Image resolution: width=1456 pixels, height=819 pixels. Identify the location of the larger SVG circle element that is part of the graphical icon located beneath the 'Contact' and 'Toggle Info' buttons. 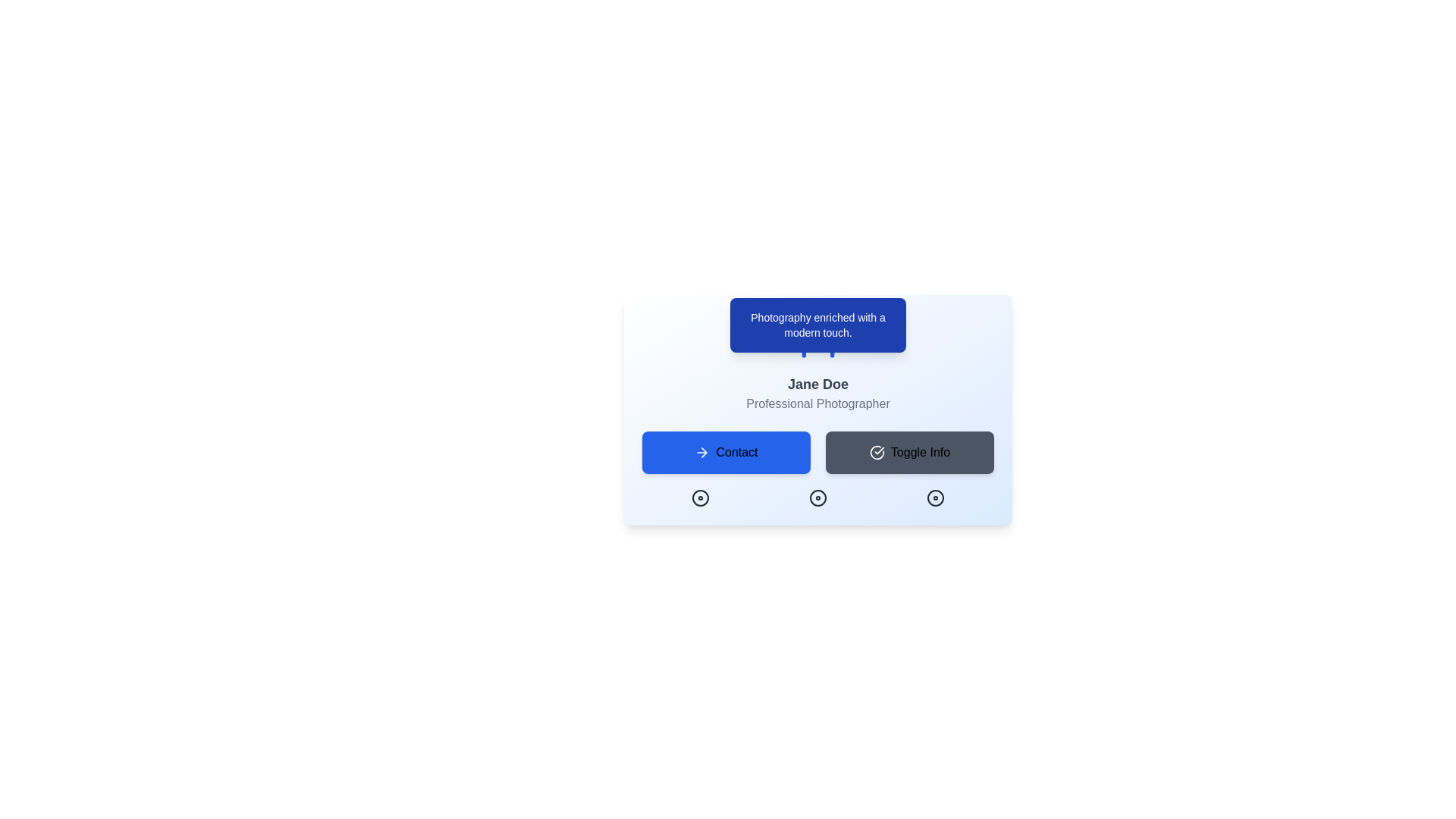
(934, 497).